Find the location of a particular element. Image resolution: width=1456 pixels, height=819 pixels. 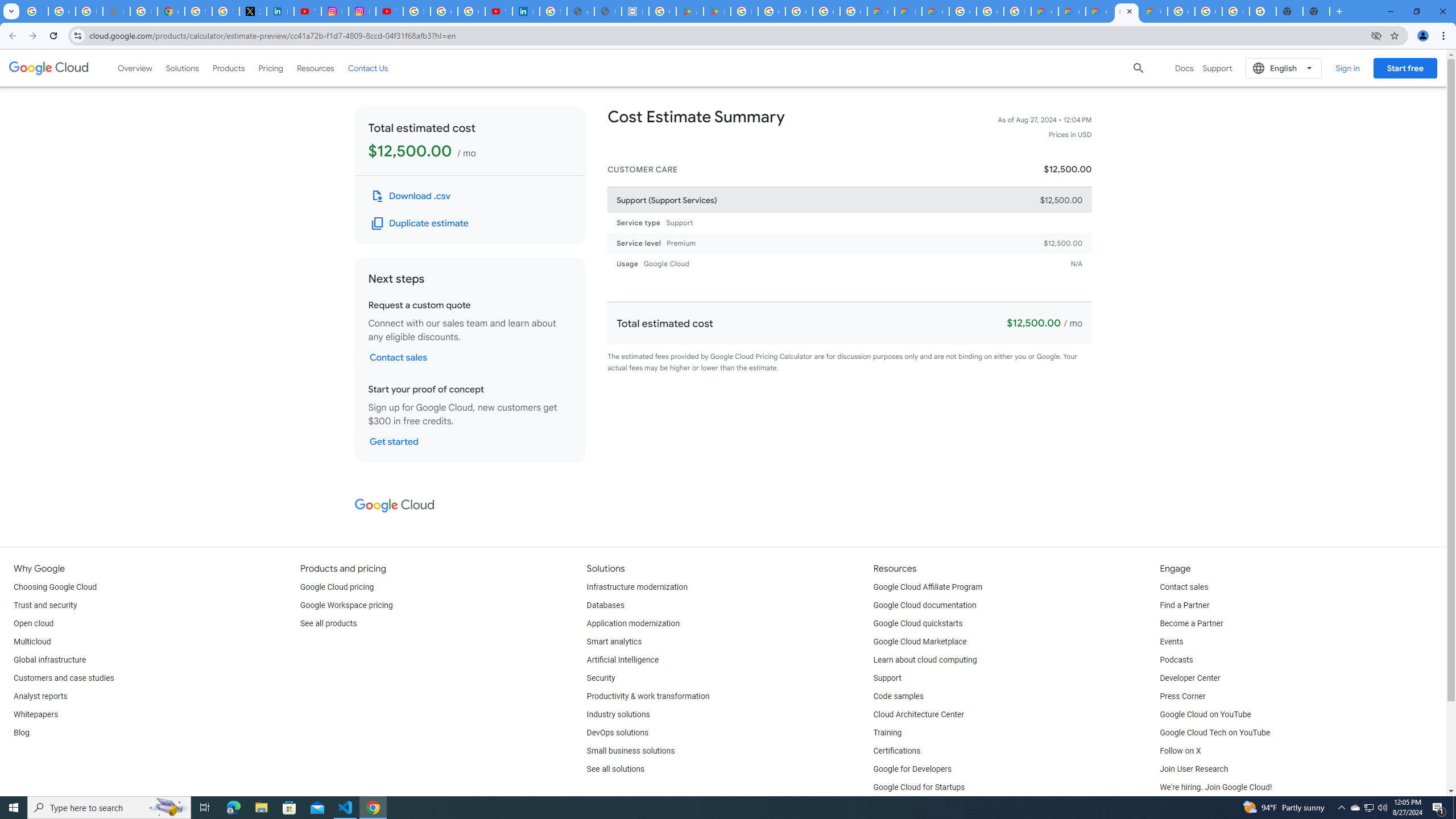

'PAW Patrol Rescue World - Apps on Google Play' is located at coordinates (716, 11).